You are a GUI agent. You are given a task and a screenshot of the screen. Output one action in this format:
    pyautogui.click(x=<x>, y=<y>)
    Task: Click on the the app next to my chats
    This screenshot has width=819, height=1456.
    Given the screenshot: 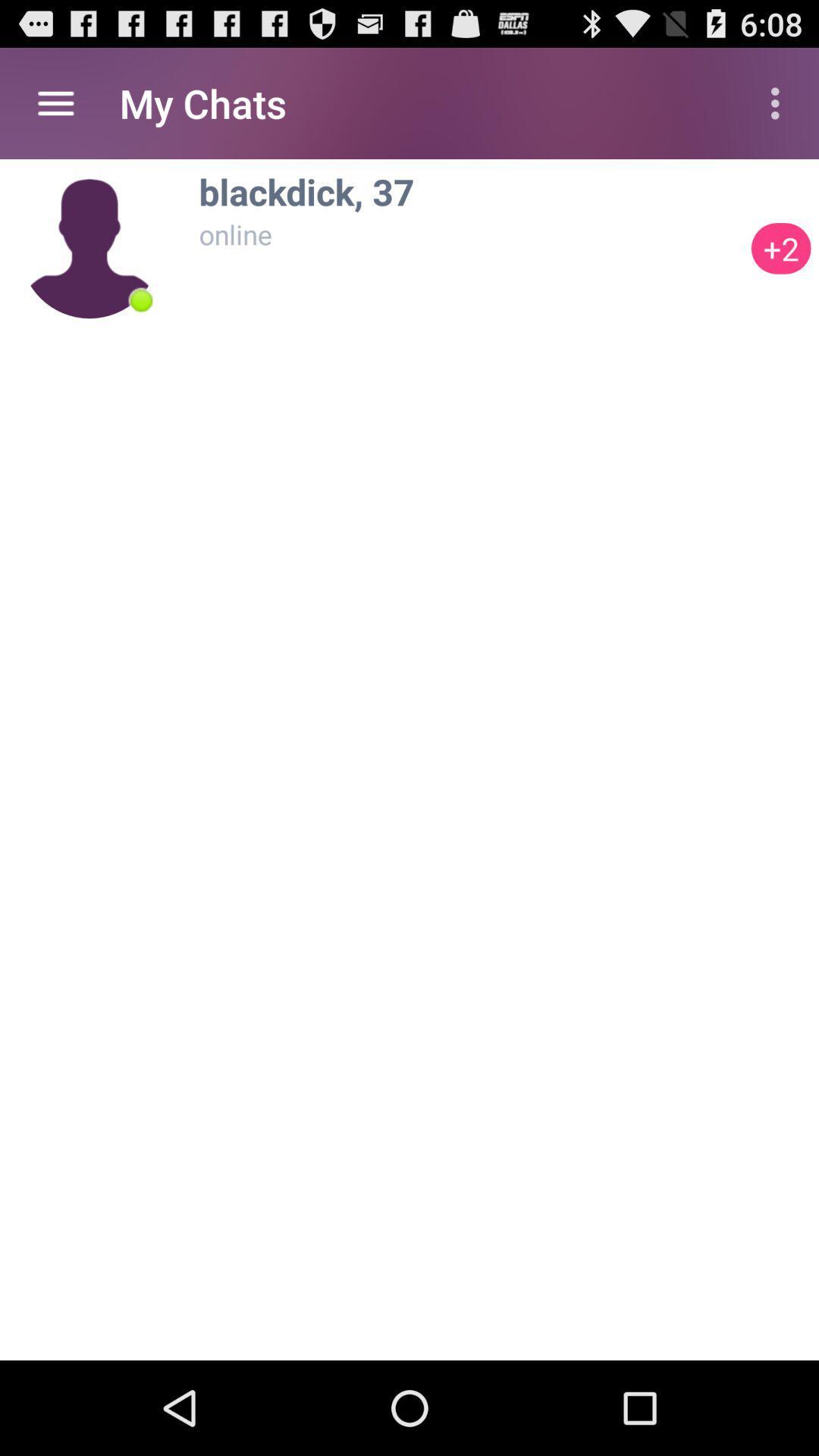 What is the action you would take?
    pyautogui.click(x=779, y=102)
    